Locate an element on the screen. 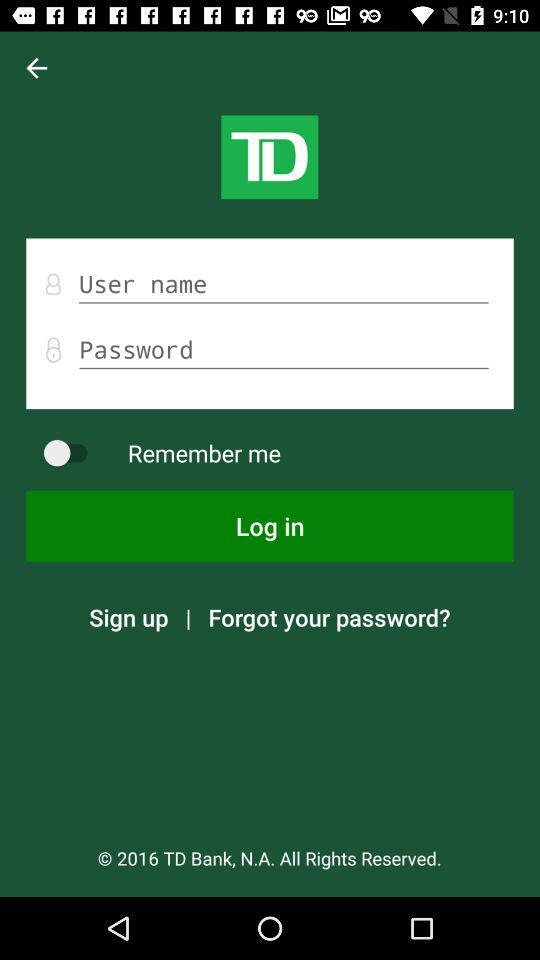  item to the left of the | is located at coordinates (128, 616).